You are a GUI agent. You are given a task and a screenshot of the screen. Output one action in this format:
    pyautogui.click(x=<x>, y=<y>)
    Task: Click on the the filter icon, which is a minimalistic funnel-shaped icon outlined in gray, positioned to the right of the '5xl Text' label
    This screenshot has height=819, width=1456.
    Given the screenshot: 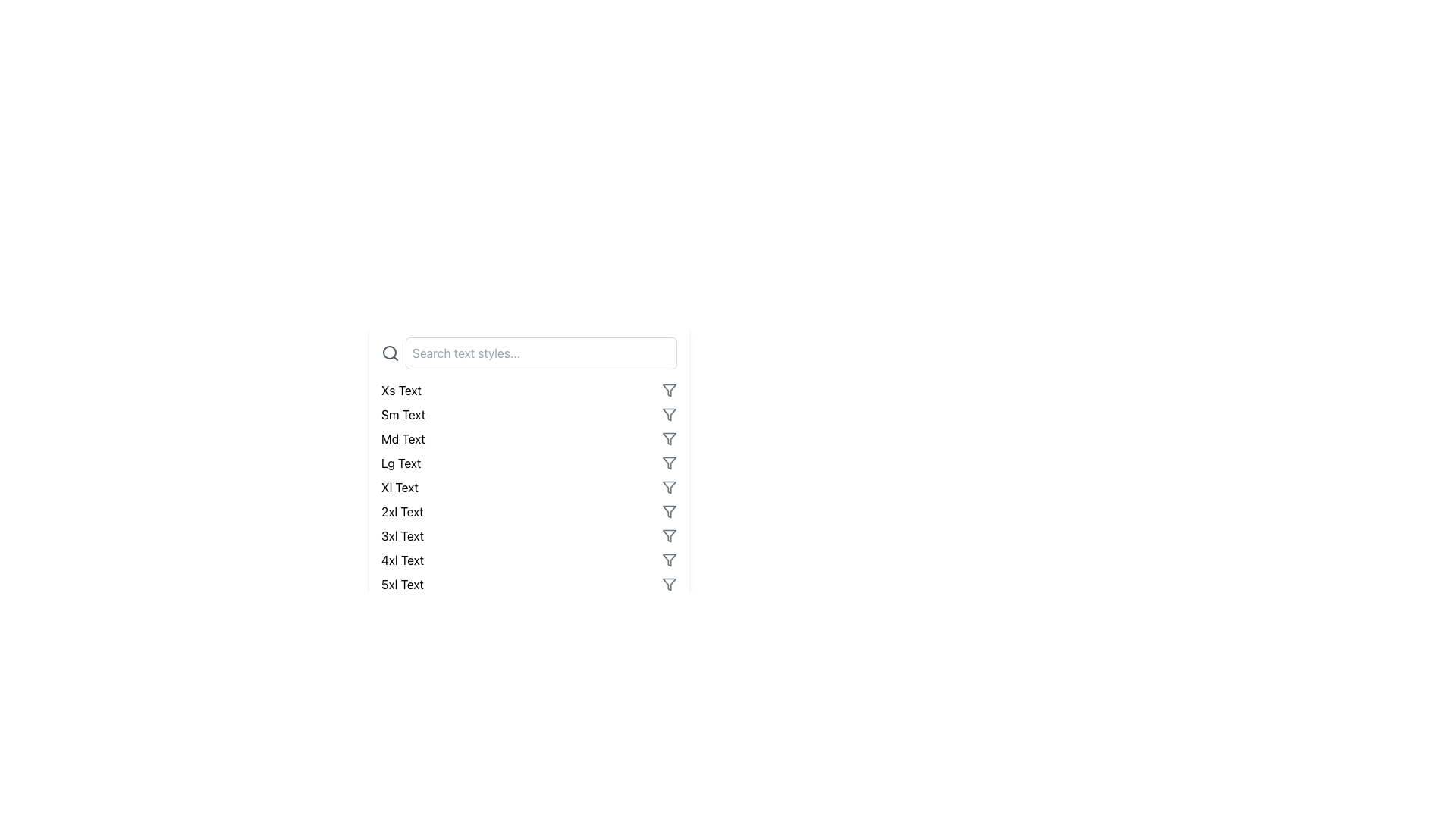 What is the action you would take?
    pyautogui.click(x=669, y=584)
    